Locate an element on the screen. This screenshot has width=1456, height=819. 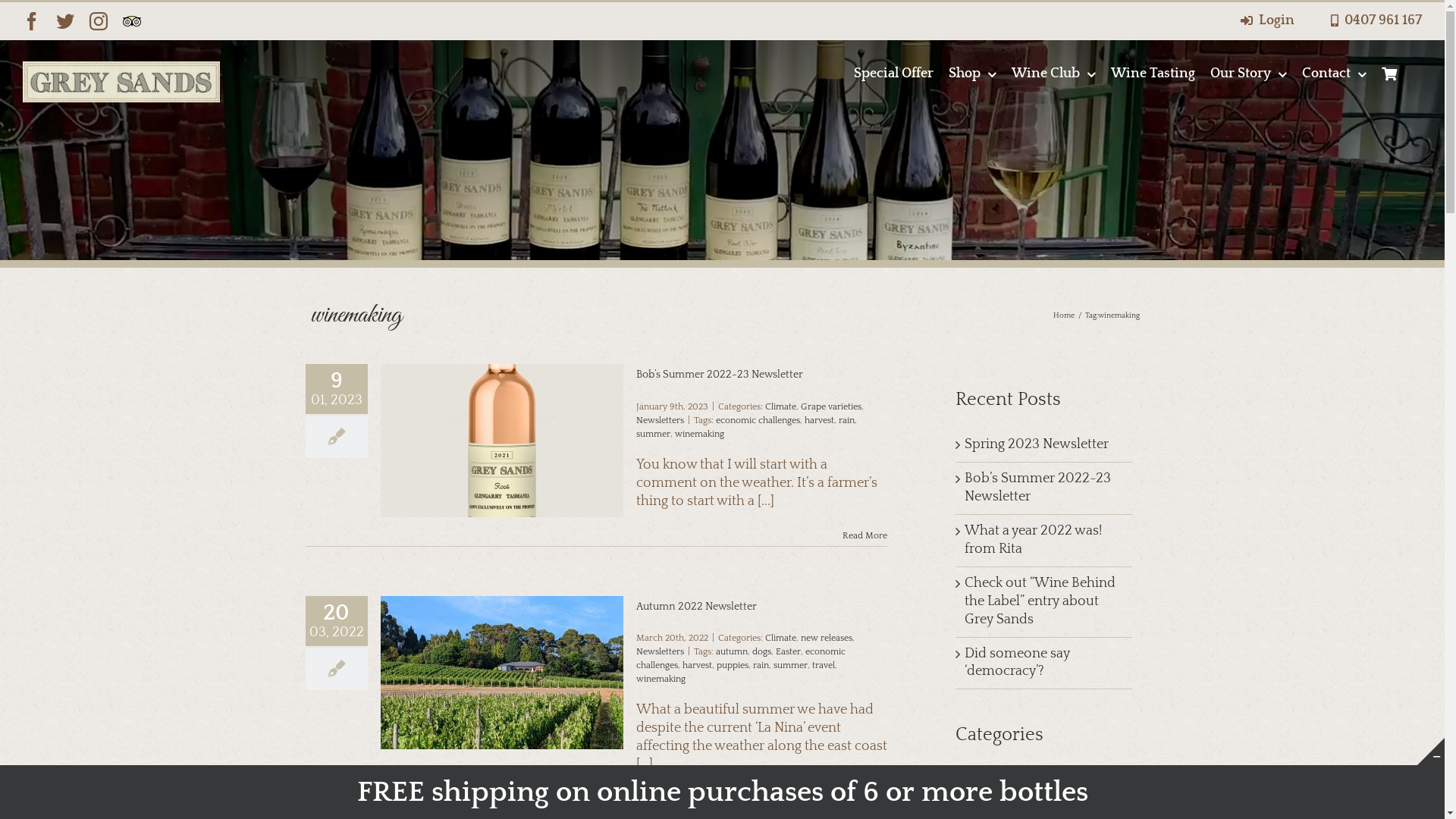
'harvest' is located at coordinates (682, 664).